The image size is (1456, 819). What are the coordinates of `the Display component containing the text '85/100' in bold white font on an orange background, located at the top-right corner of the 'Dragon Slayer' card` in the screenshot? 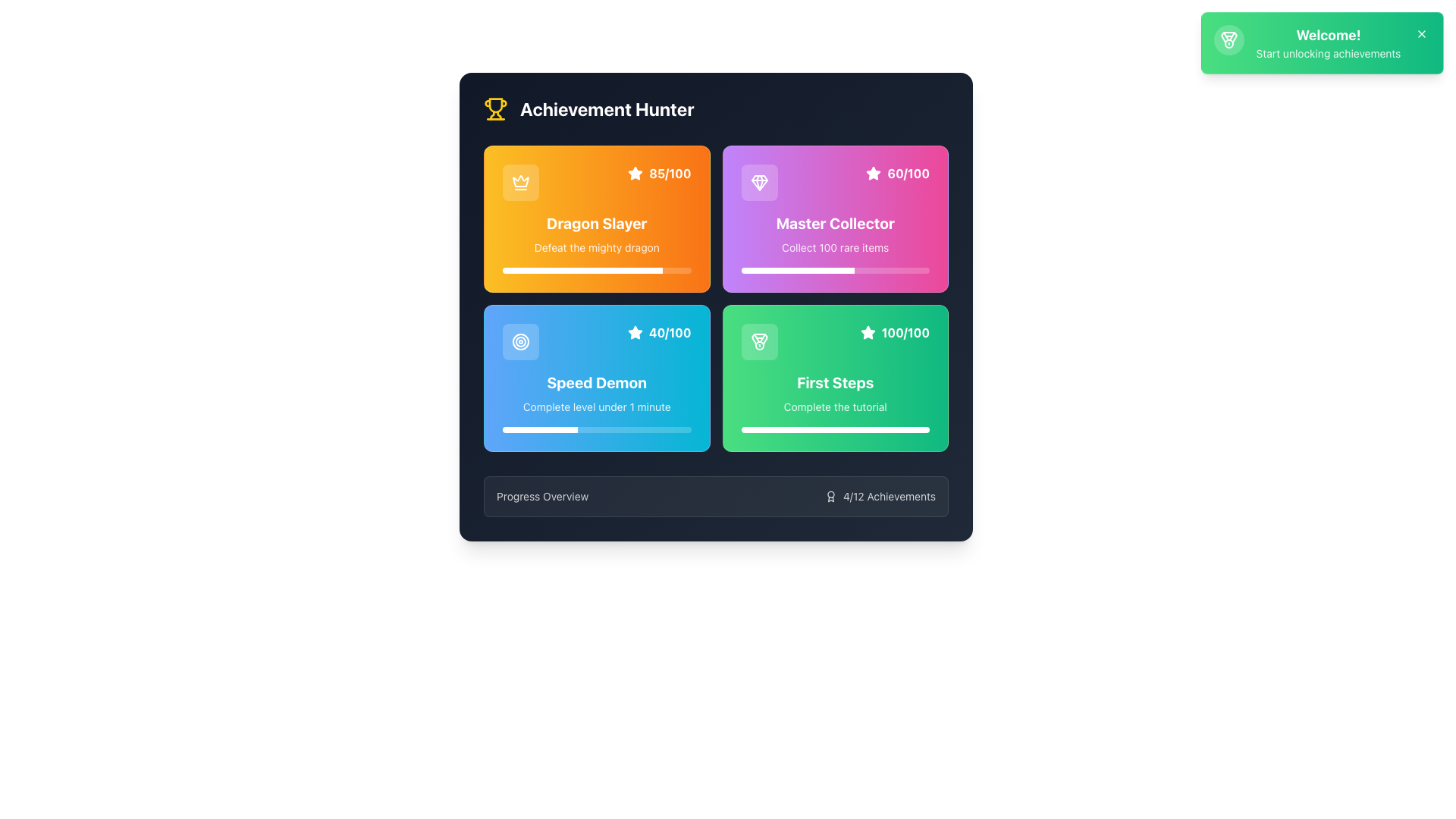 It's located at (659, 172).